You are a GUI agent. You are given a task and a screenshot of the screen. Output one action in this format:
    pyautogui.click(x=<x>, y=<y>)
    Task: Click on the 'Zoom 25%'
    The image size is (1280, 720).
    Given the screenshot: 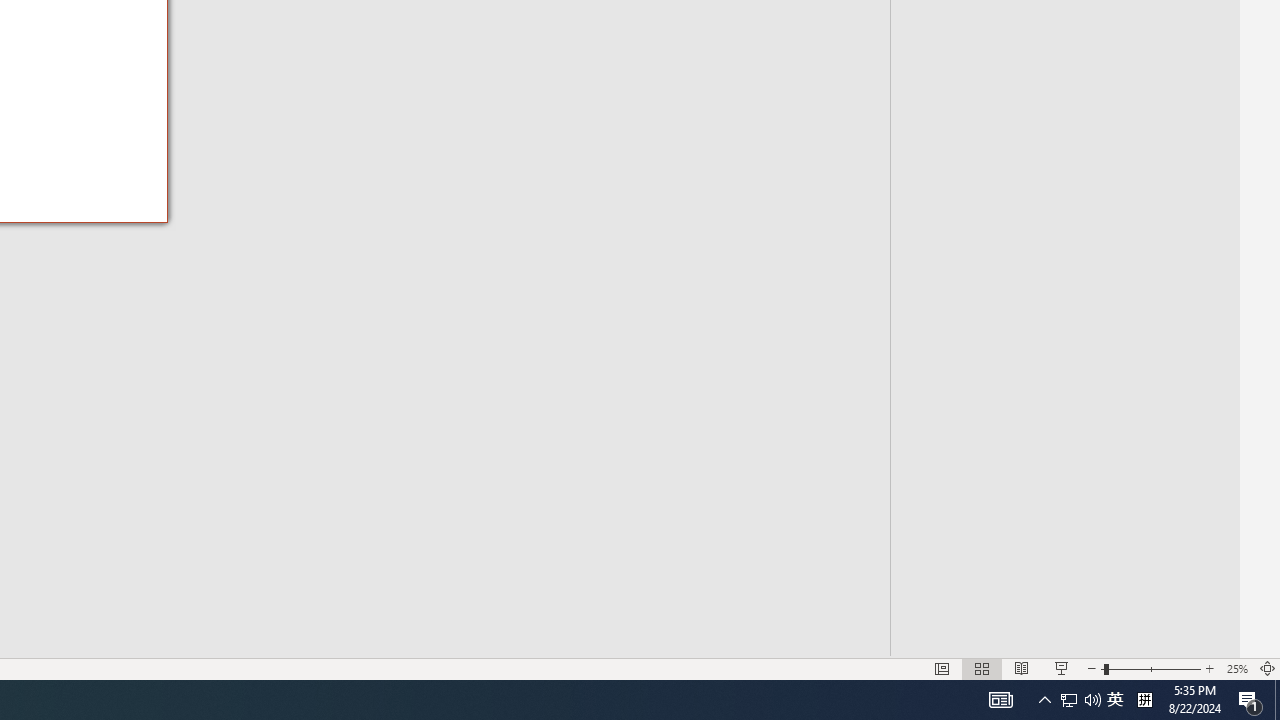 What is the action you would take?
    pyautogui.click(x=1236, y=669)
    